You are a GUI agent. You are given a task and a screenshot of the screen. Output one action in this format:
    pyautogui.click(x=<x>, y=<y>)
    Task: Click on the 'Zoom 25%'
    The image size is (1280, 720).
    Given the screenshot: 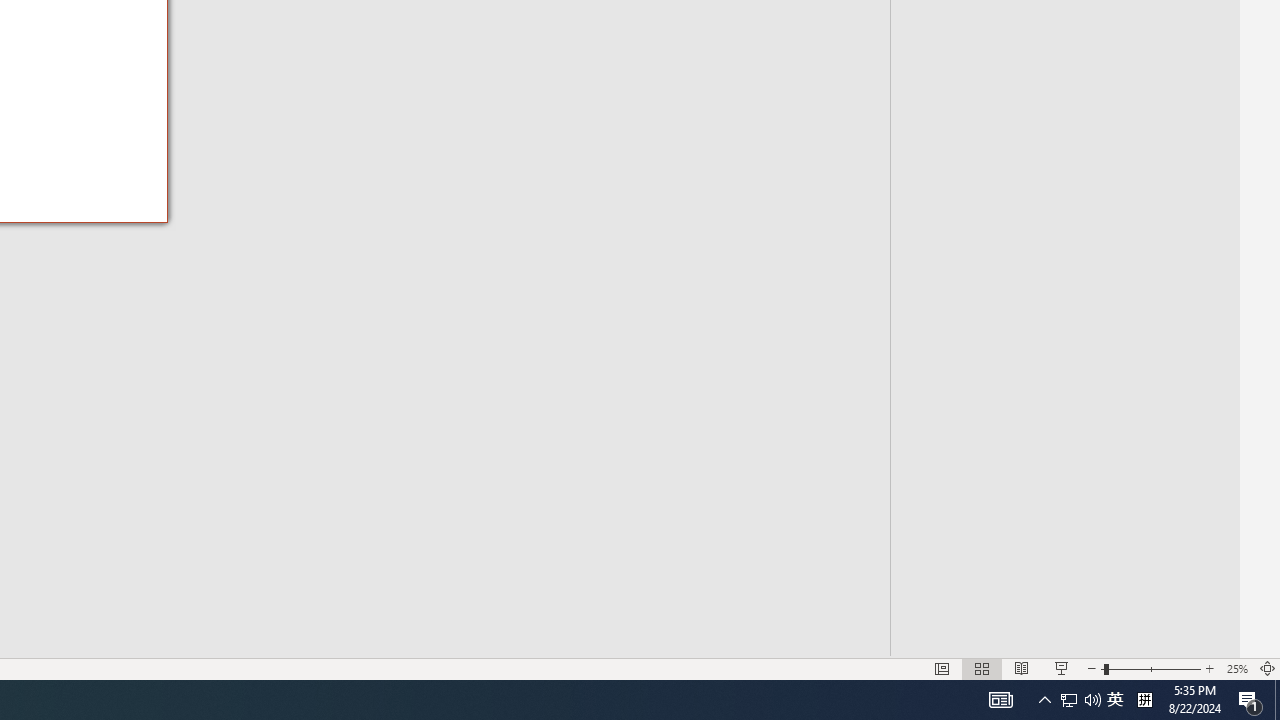 What is the action you would take?
    pyautogui.click(x=1236, y=669)
    